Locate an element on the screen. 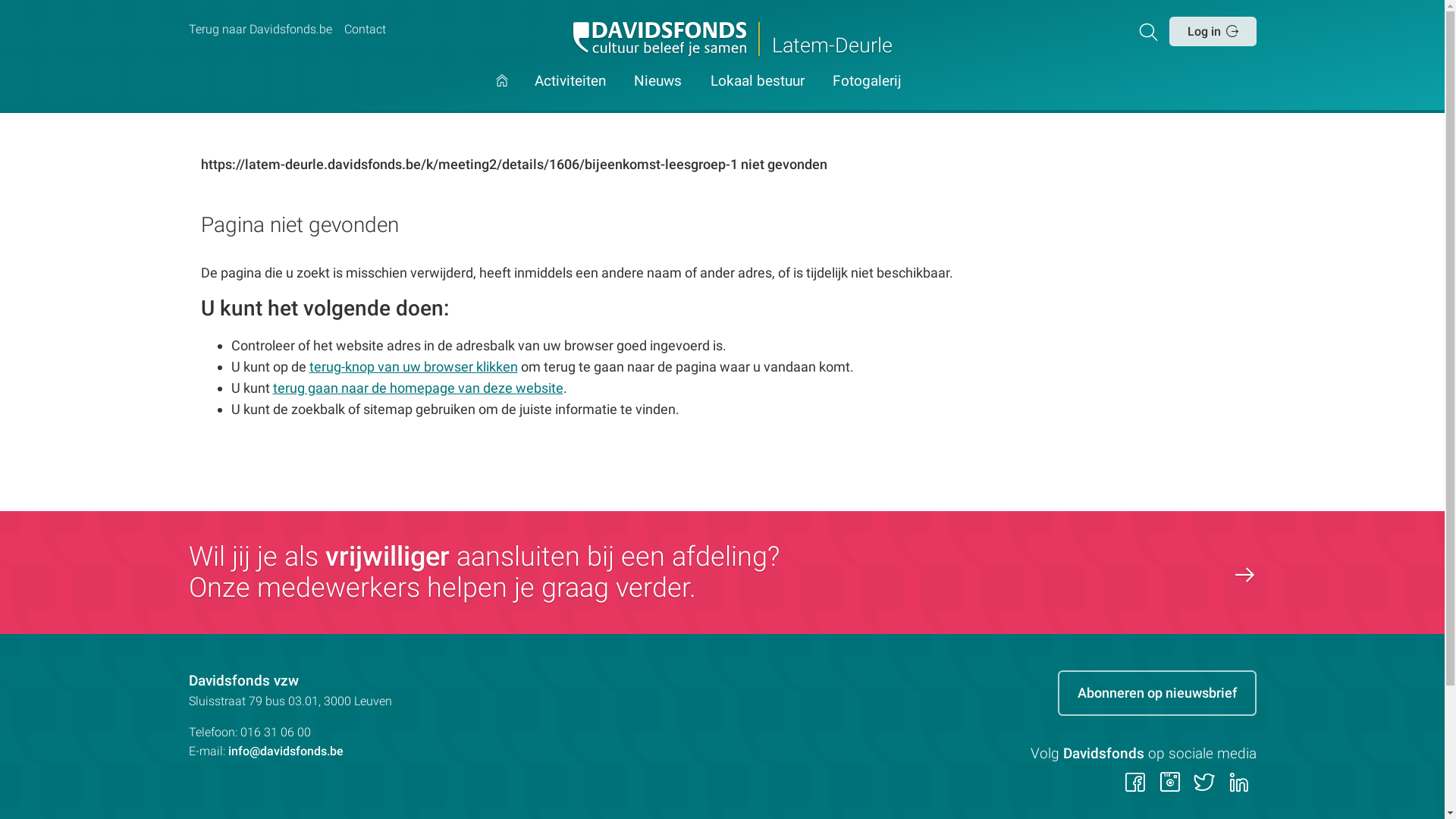  'Fotogalerij' is located at coordinates (867, 93).